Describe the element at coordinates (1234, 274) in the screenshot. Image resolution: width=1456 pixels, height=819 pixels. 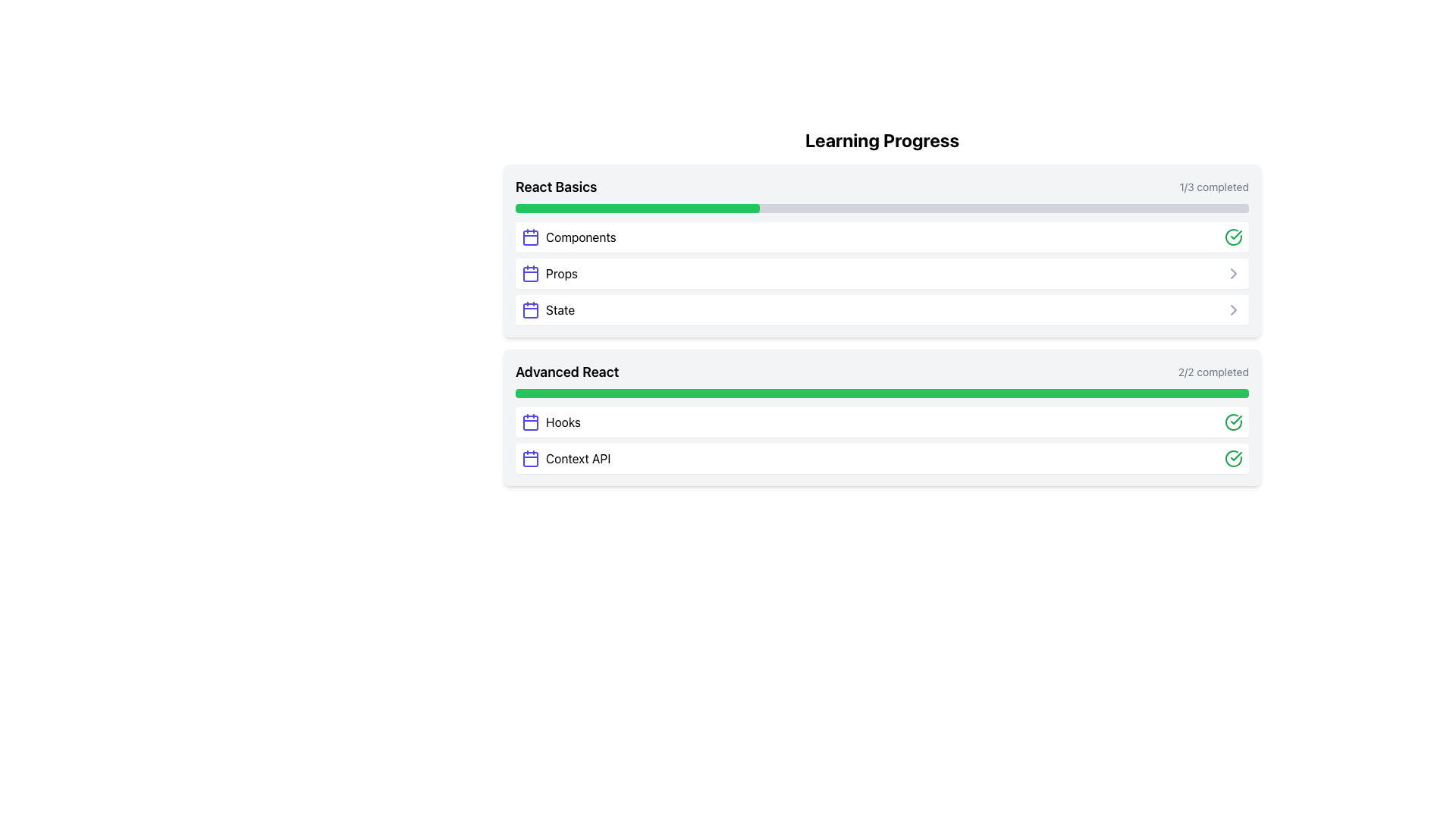
I see `the right-facing chevron icon styled in light gray located to the far right of the 'Props' item` at that location.